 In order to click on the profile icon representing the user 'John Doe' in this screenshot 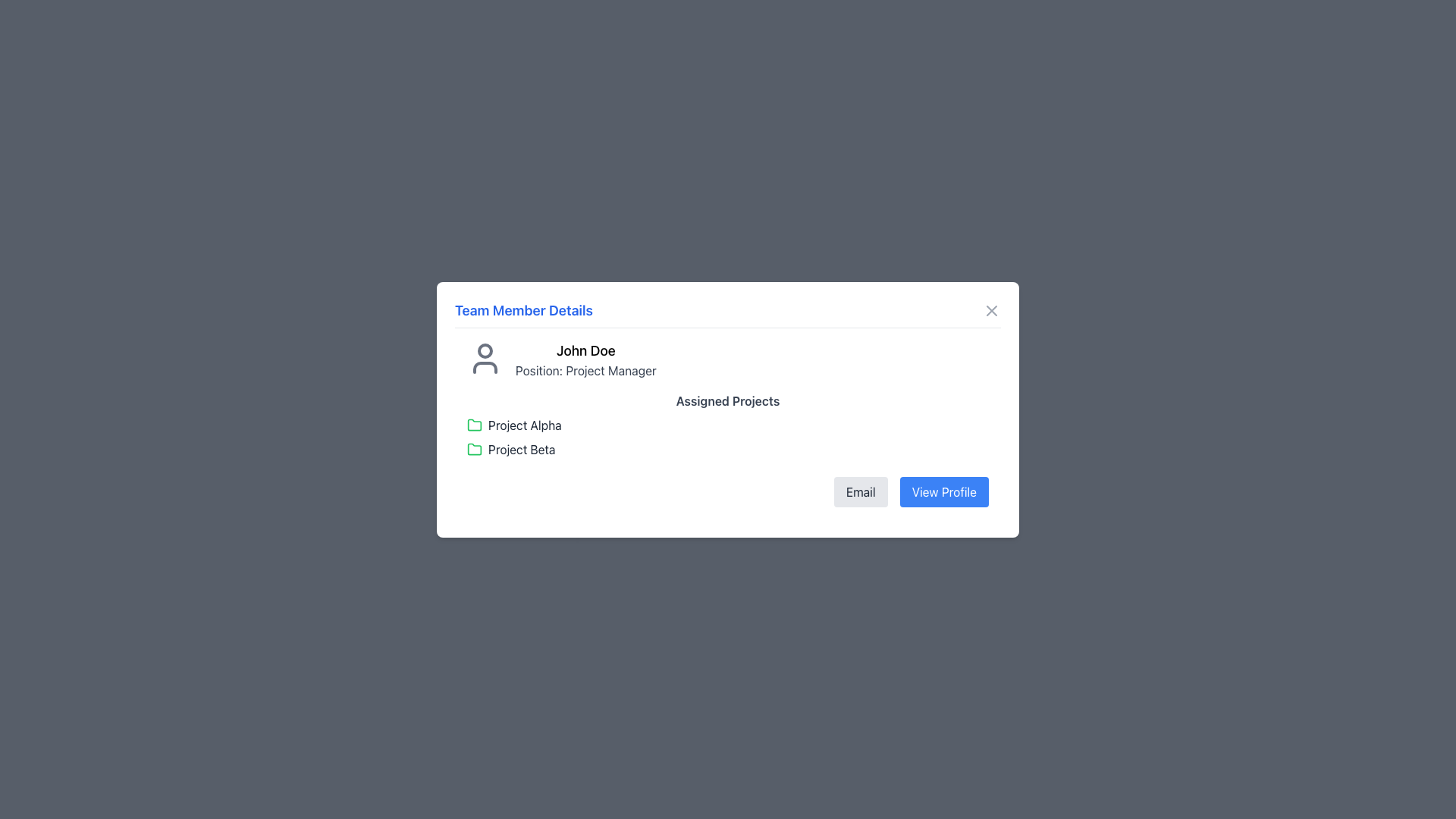, I will do `click(484, 358)`.